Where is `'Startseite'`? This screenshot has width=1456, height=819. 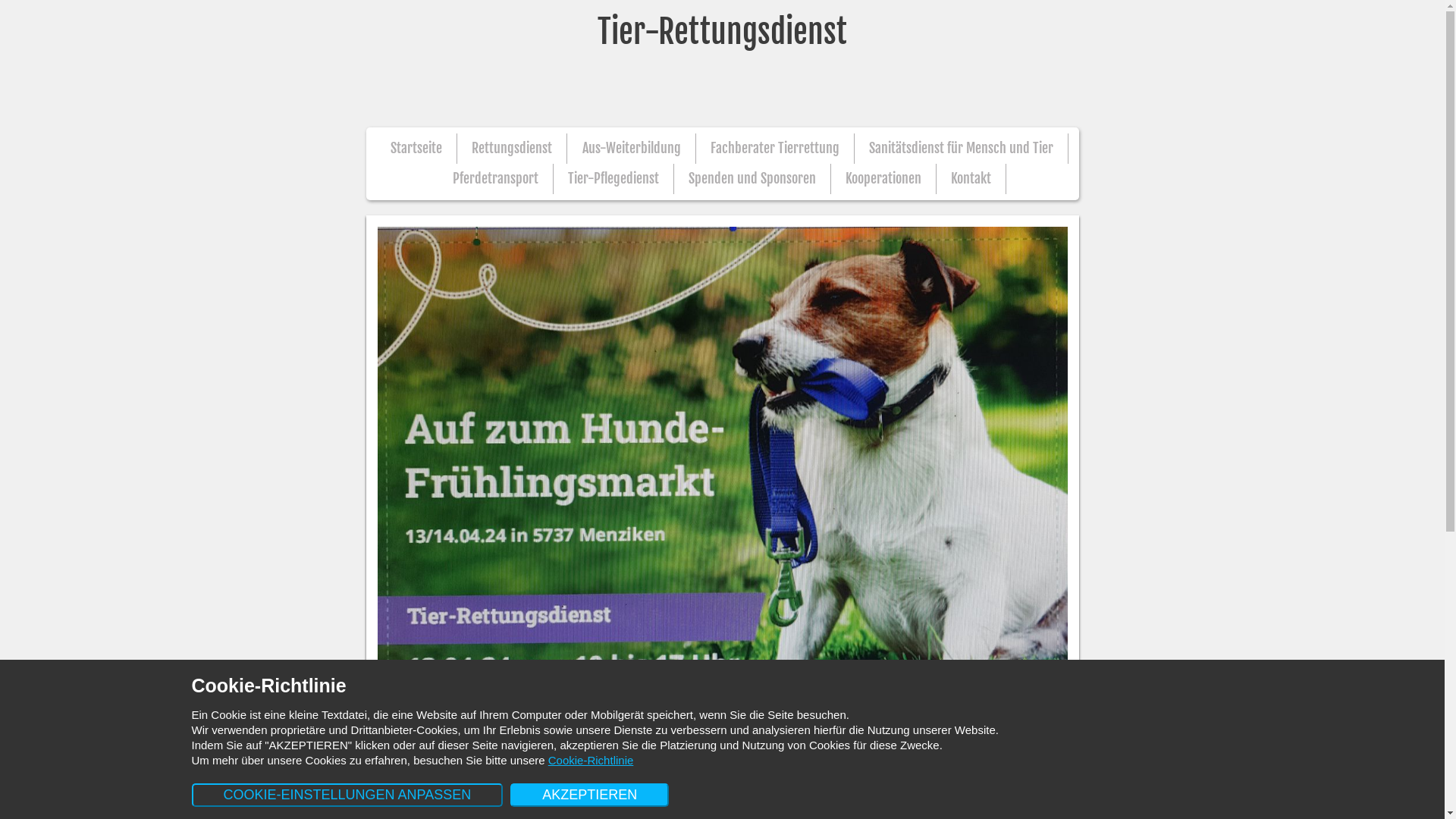 'Startseite' is located at coordinates (382, 149).